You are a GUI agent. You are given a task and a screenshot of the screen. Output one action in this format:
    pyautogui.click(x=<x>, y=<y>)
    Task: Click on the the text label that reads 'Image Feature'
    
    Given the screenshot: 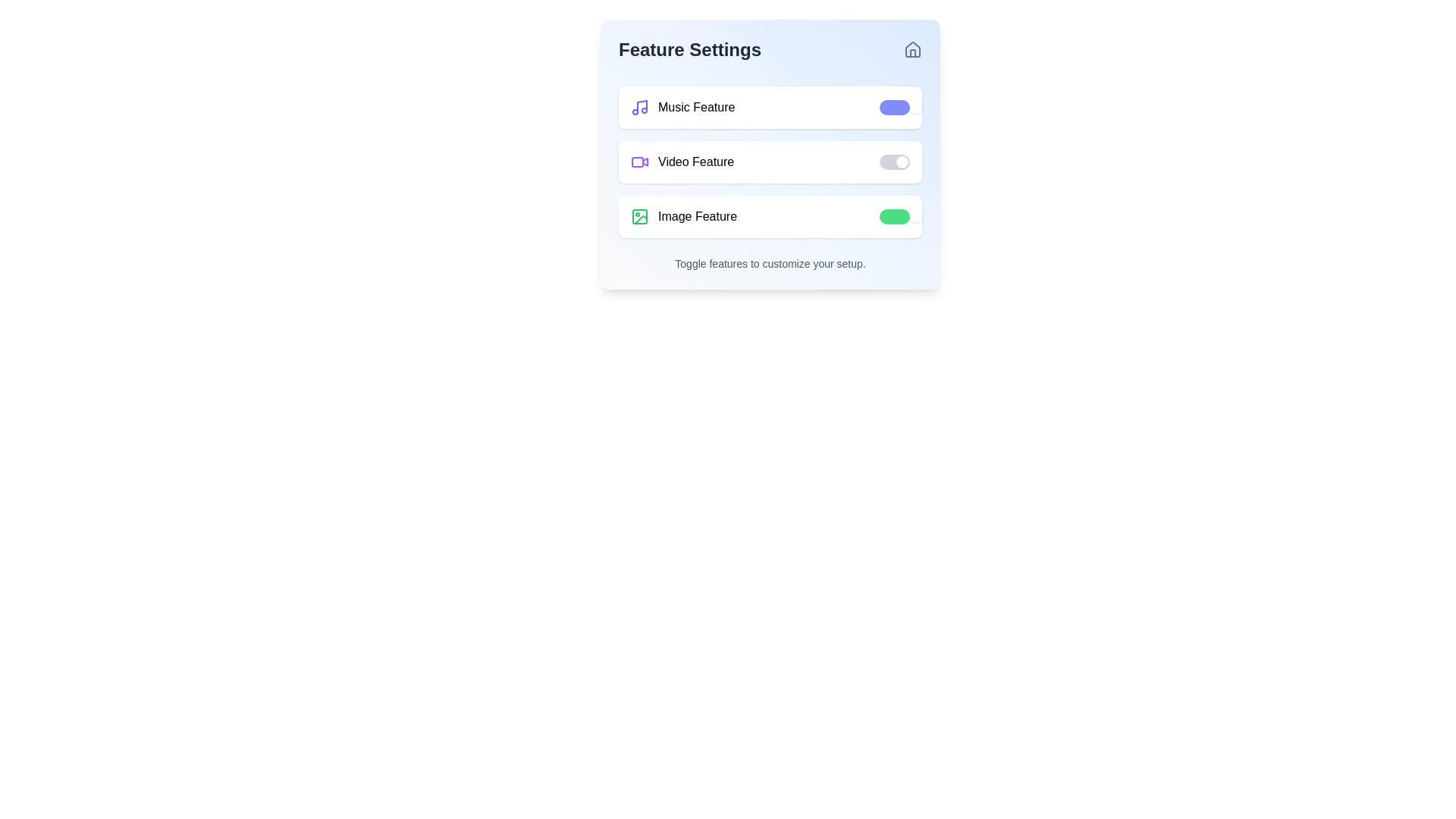 What is the action you would take?
    pyautogui.click(x=697, y=216)
    